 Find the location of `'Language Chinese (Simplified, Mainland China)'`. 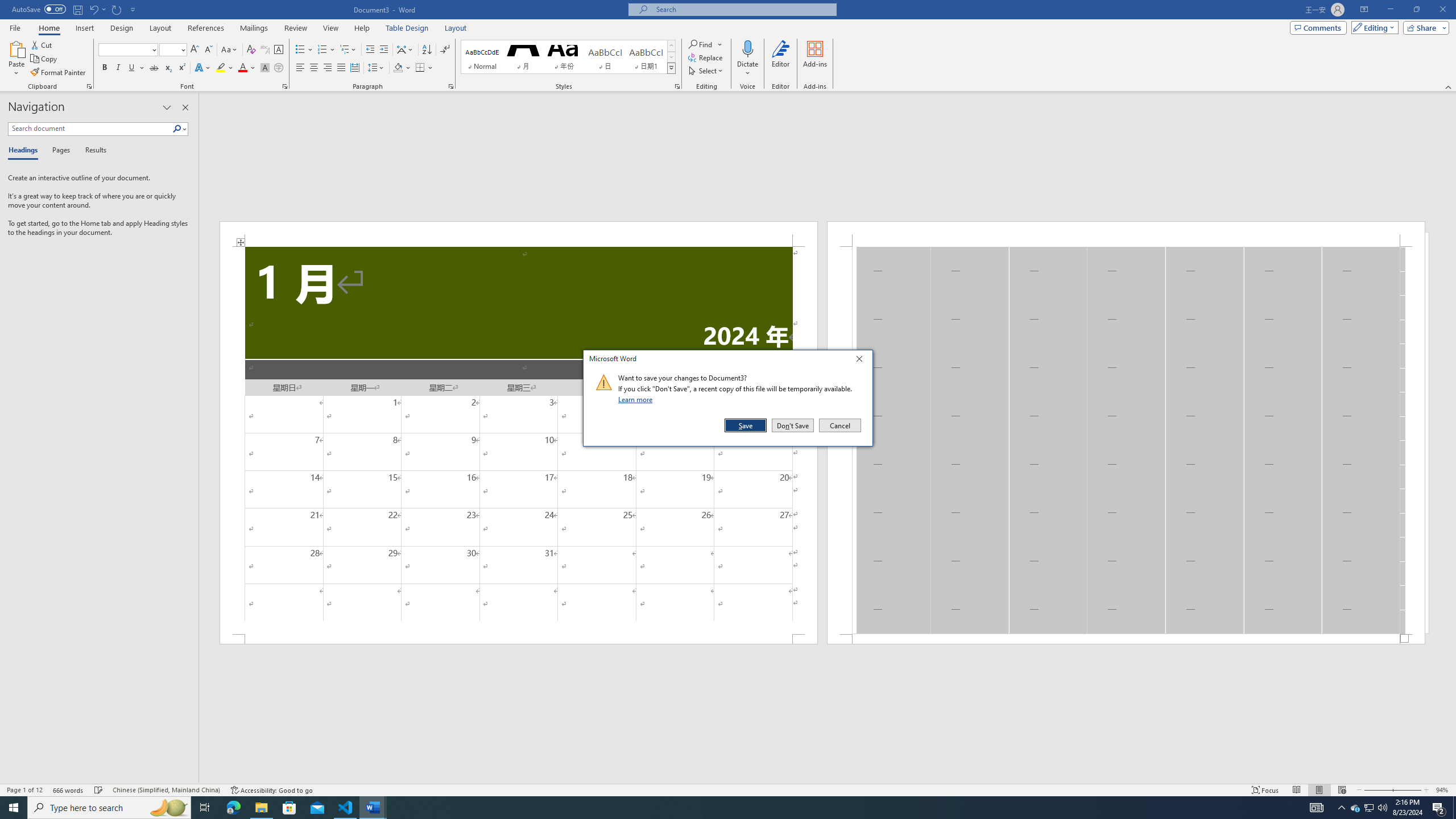

'Language Chinese (Simplified, Mainland China)' is located at coordinates (165, 790).